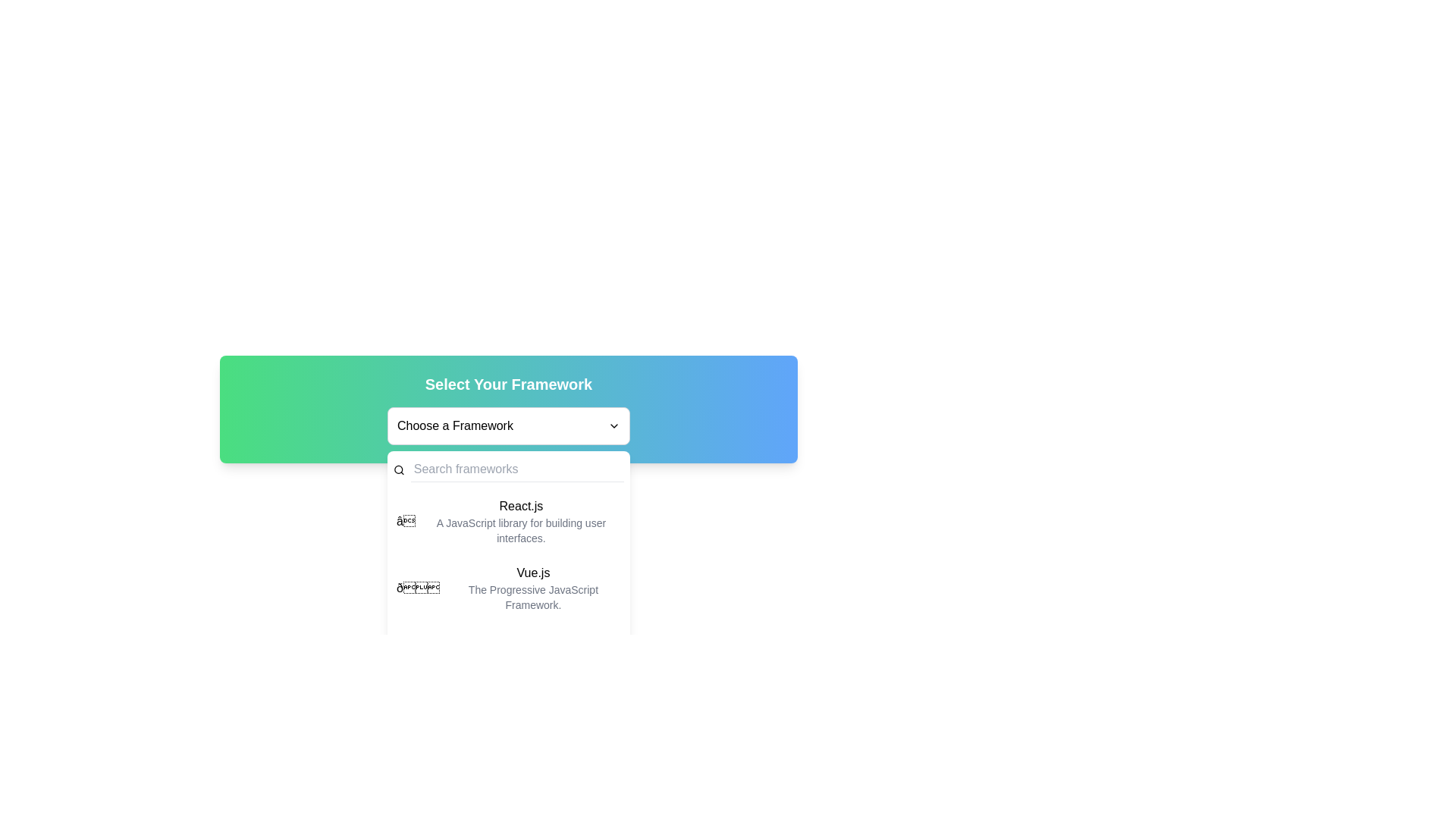 The width and height of the screenshot is (1456, 819). Describe the element at coordinates (406, 520) in the screenshot. I see `the star icon located next to the title 'React.js' in the dropdown list` at that location.